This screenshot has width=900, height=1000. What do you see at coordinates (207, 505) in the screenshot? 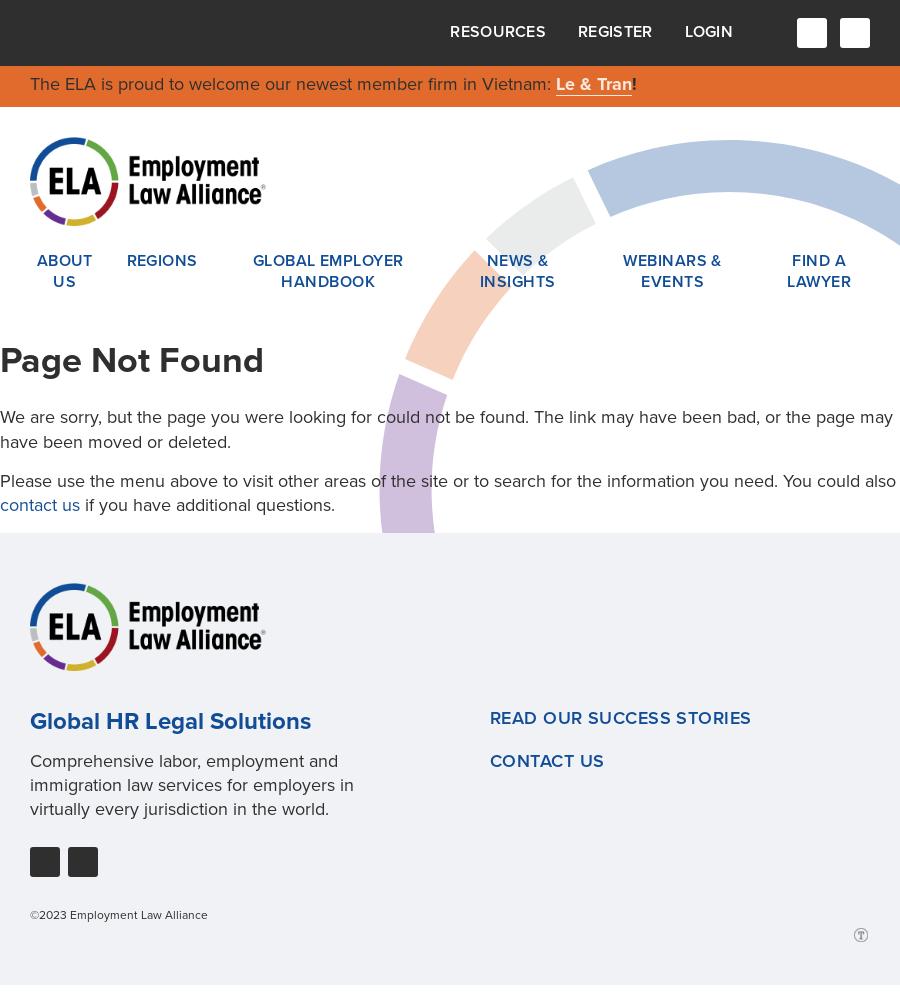
I see `'if you have additional questions.'` at bounding box center [207, 505].